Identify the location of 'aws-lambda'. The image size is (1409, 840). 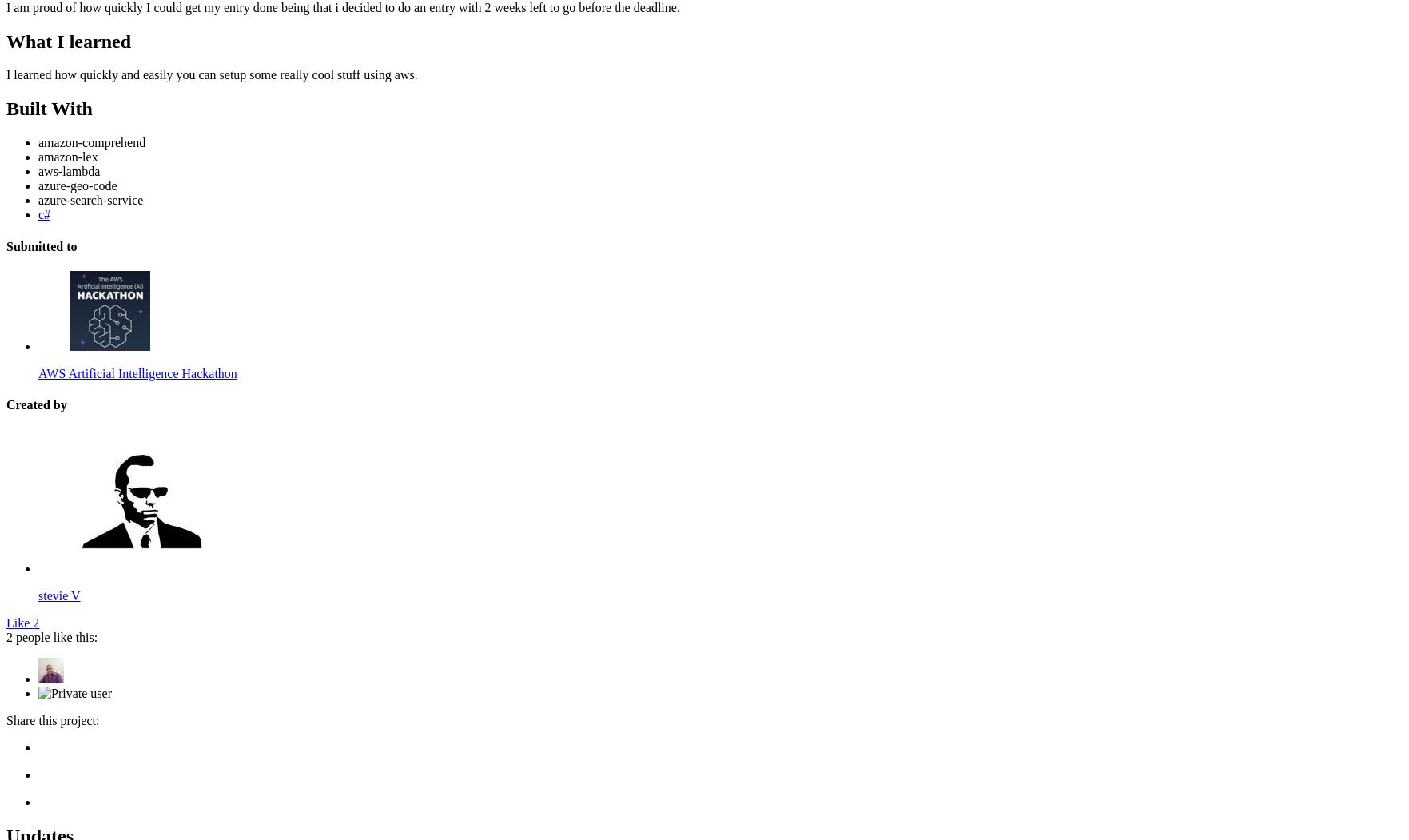
(38, 170).